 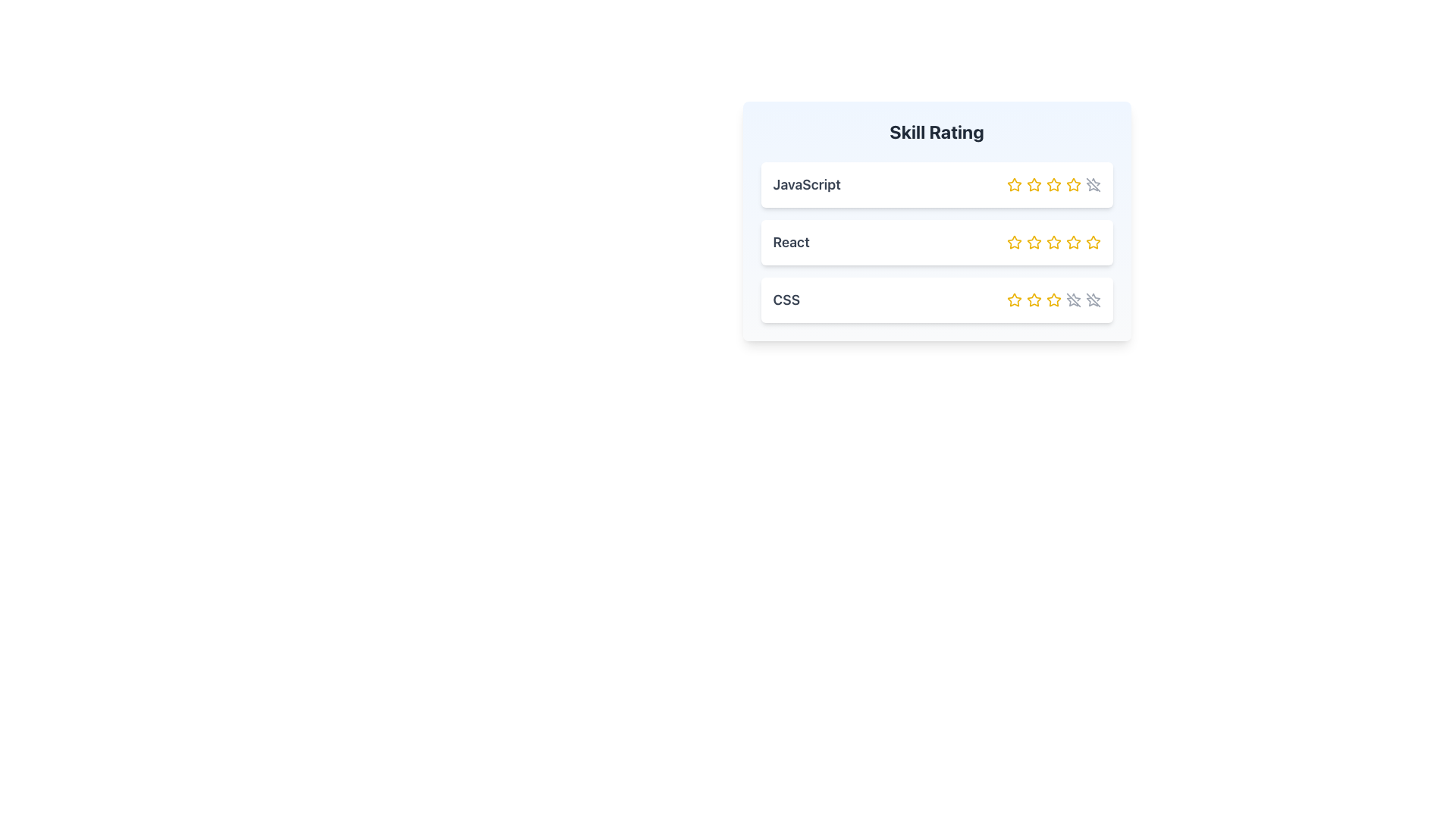 I want to click on the fourth star in the five-star rating system for JavaScript, which indicates the user's rating or preference level, so click(x=1092, y=186).